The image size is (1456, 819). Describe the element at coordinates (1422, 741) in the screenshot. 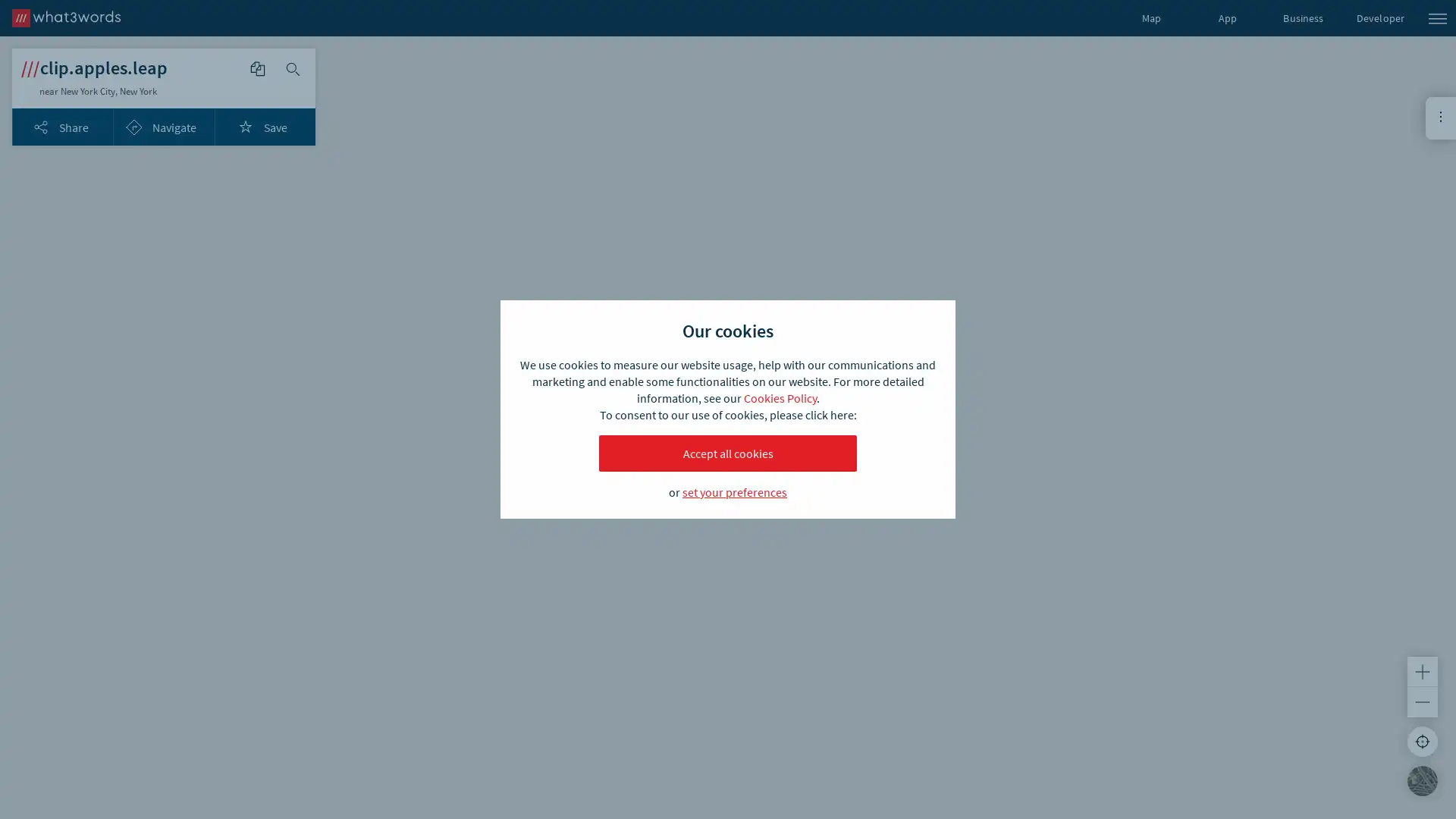

I see `Current location` at that location.